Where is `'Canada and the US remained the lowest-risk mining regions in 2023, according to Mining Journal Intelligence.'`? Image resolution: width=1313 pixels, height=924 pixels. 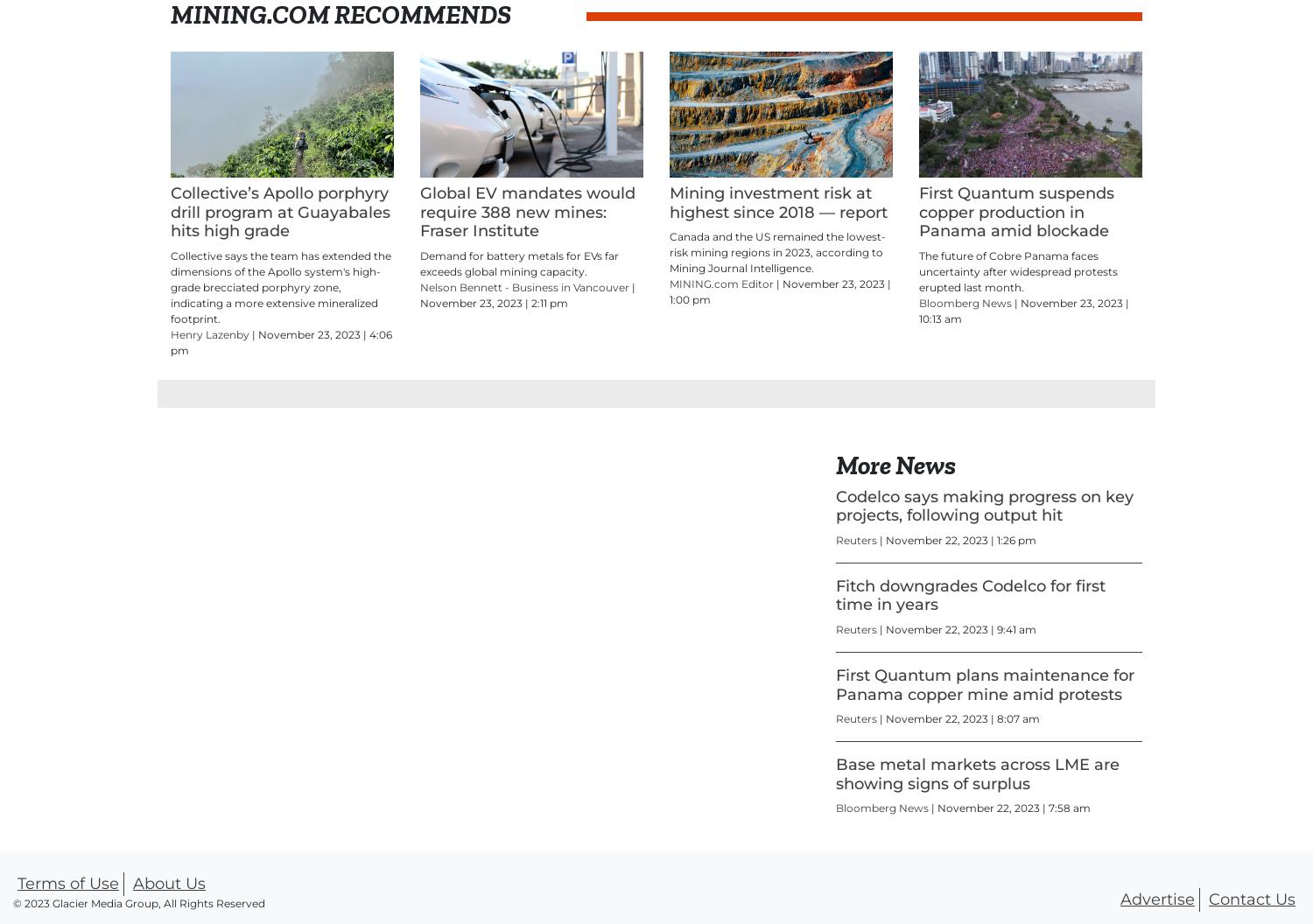
'Canada and the US remained the lowest-risk mining regions in 2023, according to Mining Journal Intelligence.' is located at coordinates (777, 252).